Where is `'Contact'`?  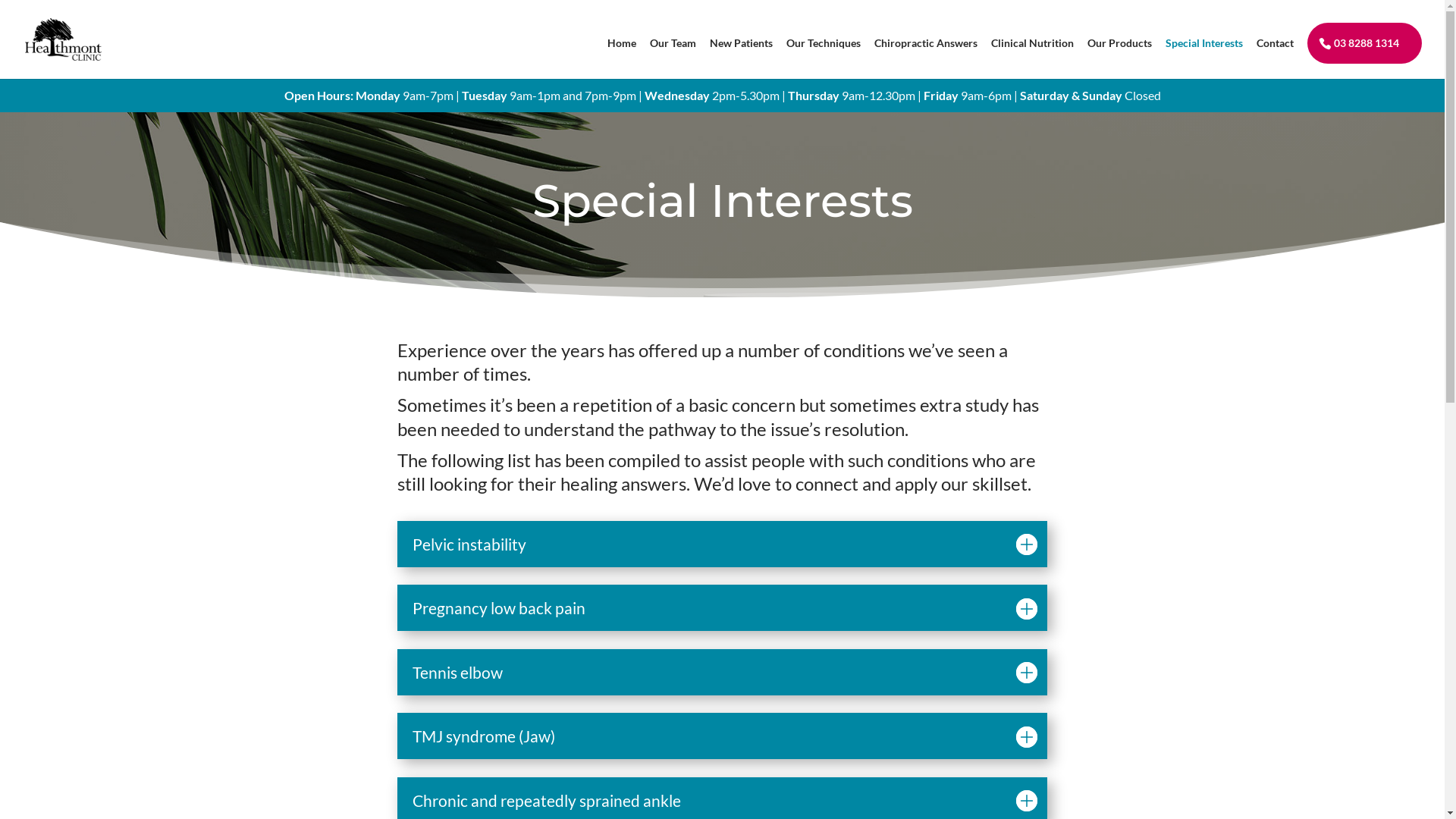
'Contact' is located at coordinates (1274, 54).